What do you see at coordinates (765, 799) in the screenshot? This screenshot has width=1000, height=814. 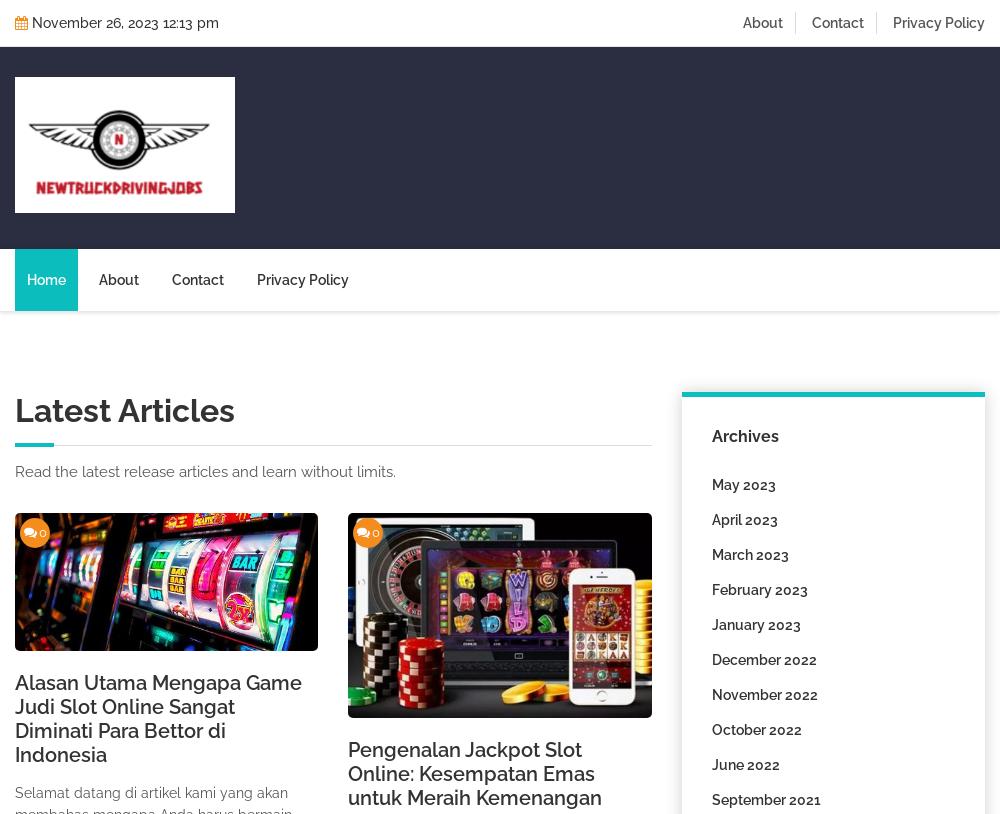 I see `'September 2021'` at bounding box center [765, 799].